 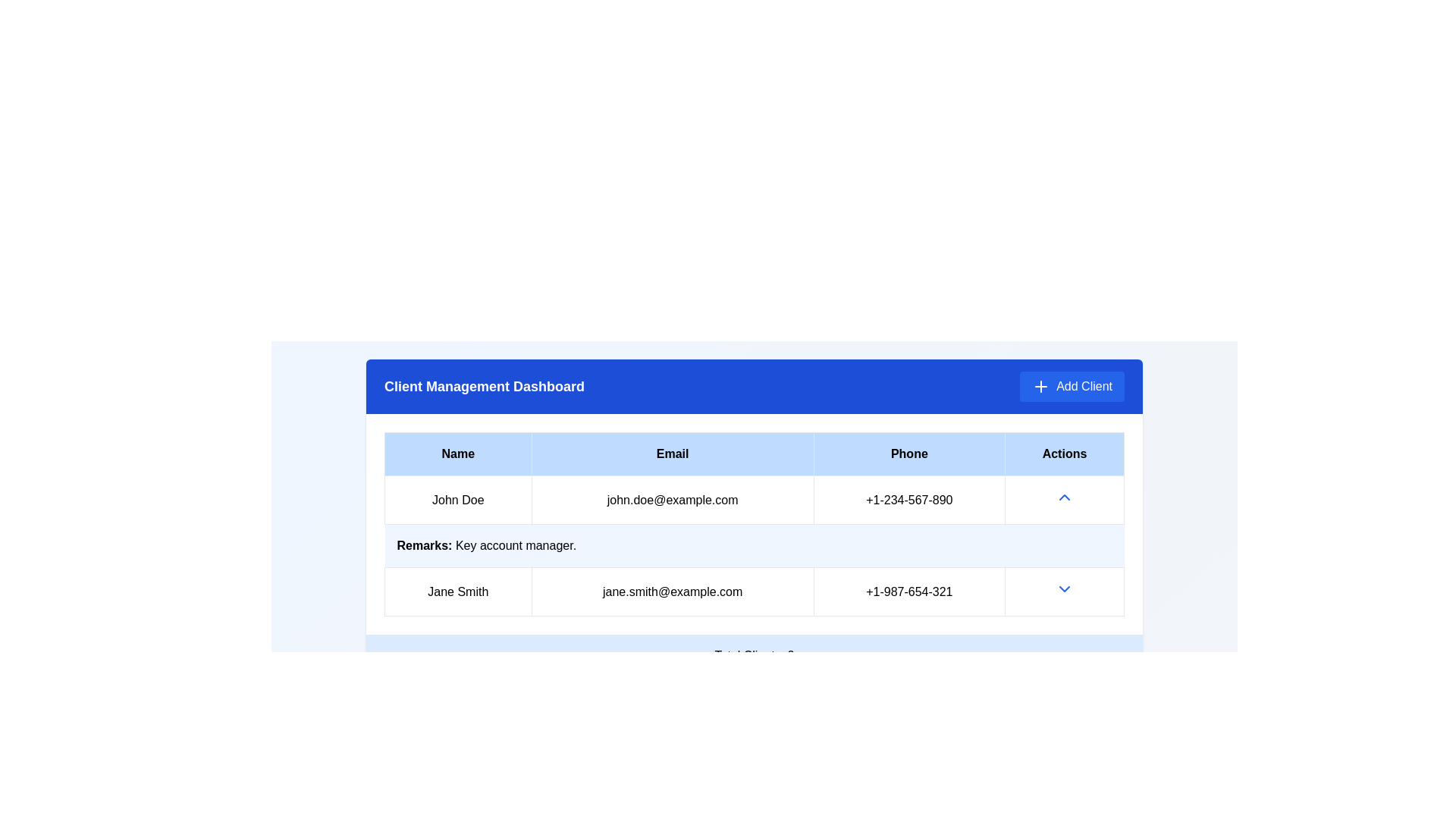 I want to click on text content of the Label displaying 'Jane Smith' in the second row of the table under the 'Name' column, so click(x=457, y=591).